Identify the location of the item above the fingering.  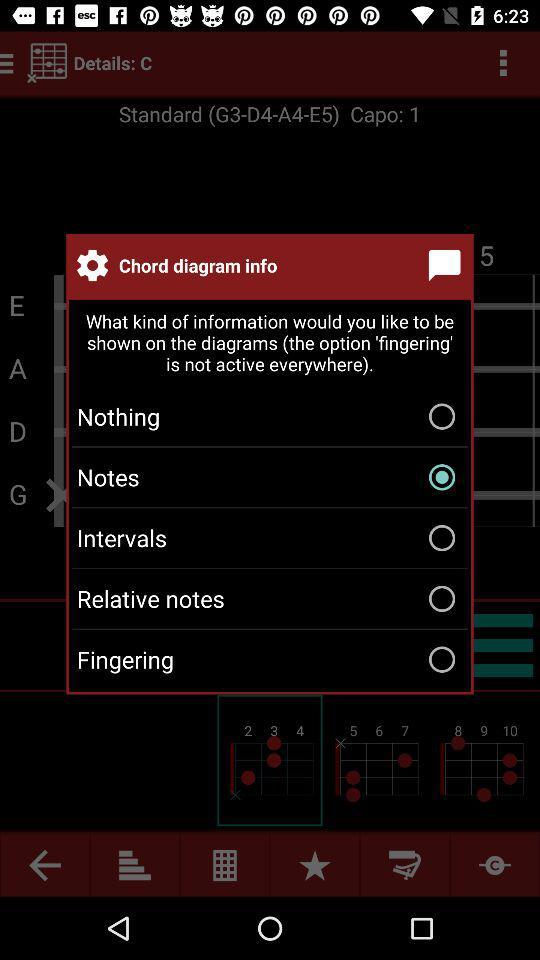
(270, 598).